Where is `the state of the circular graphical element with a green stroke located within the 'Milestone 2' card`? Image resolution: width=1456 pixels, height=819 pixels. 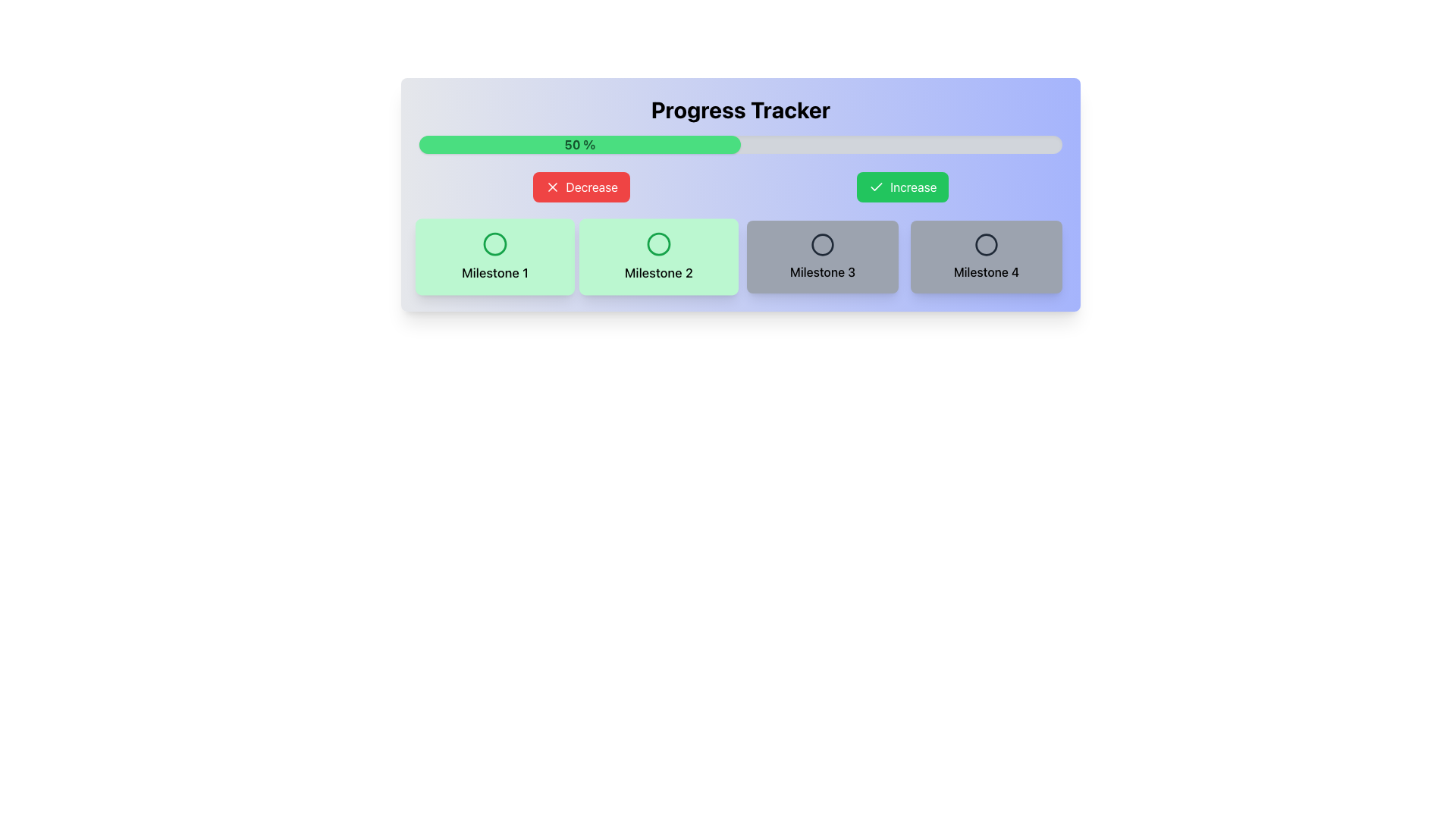
the state of the circular graphical element with a green stroke located within the 'Milestone 2' card is located at coordinates (658, 243).